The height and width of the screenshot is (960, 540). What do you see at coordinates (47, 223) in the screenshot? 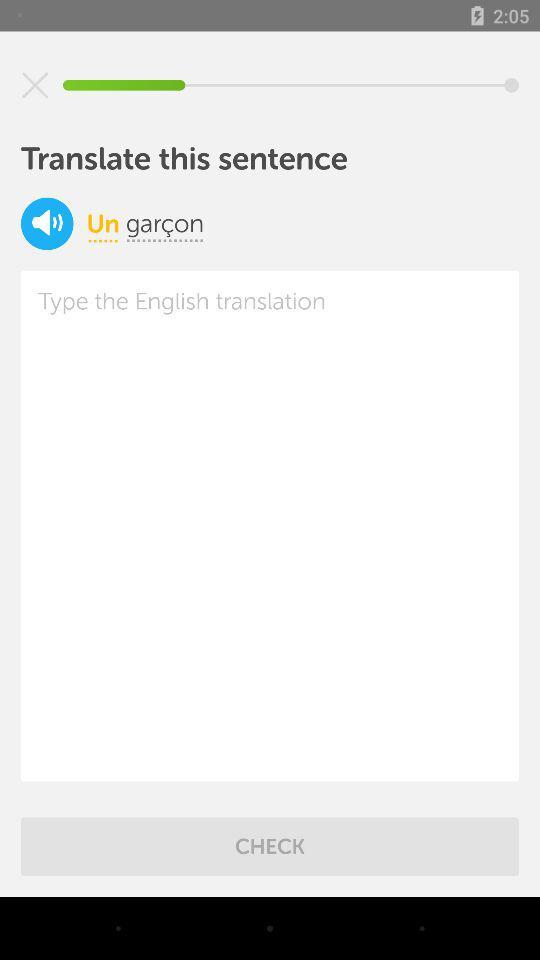
I see `sound` at bounding box center [47, 223].